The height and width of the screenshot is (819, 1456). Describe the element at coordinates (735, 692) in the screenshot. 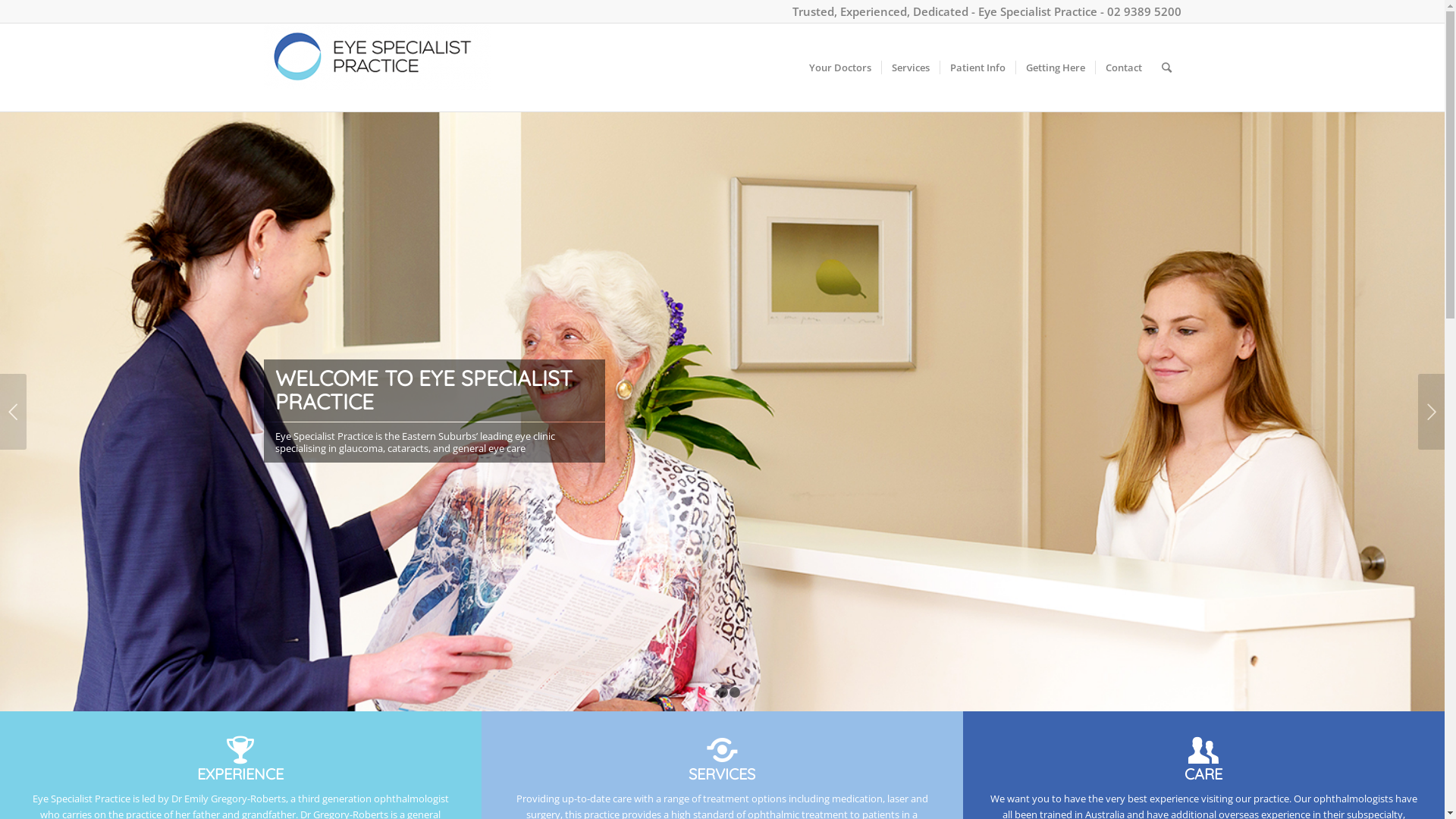

I see `'3'` at that location.